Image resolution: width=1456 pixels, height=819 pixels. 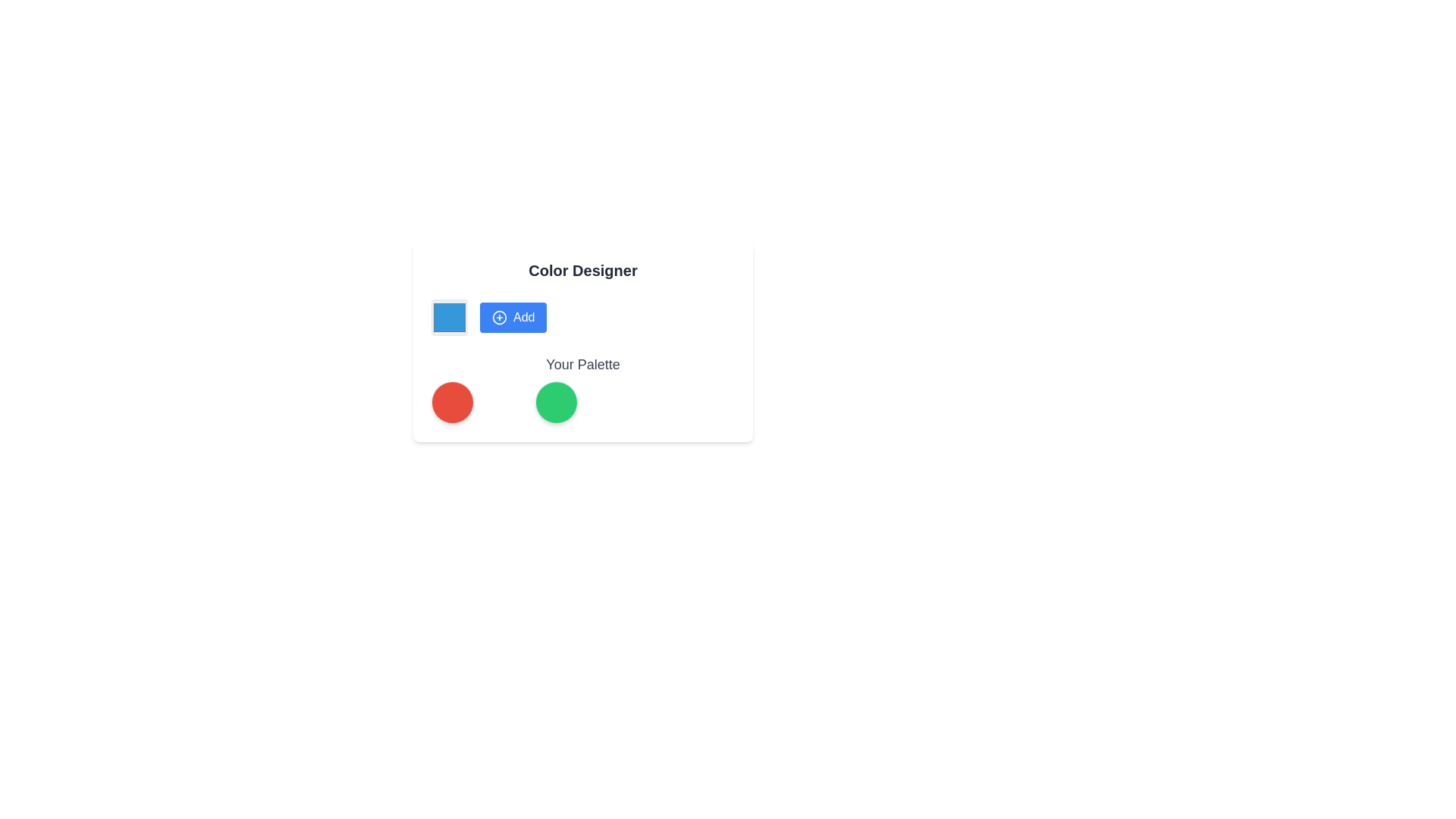 What do you see at coordinates (449, 317) in the screenshot?
I see `the blue square-shaped color selector or swatch component located as the first item from the left in a horizontal layout` at bounding box center [449, 317].